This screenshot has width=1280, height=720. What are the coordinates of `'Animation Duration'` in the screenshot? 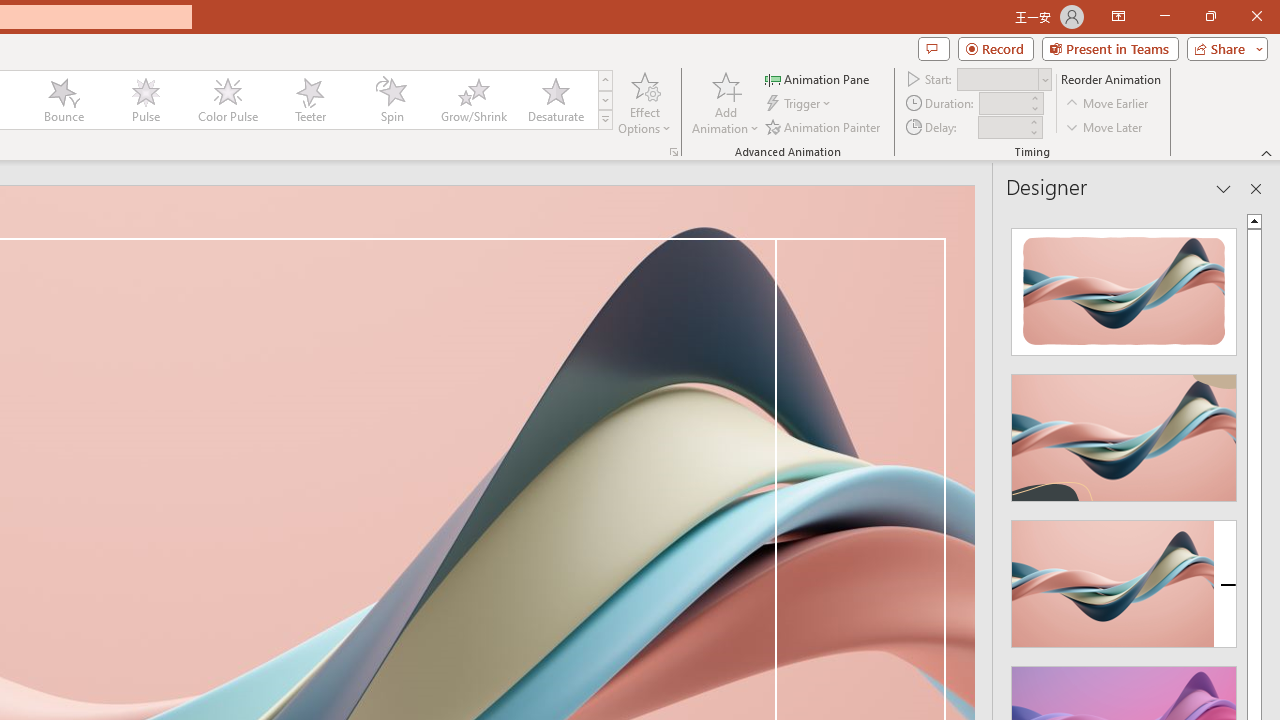 It's located at (1003, 103).